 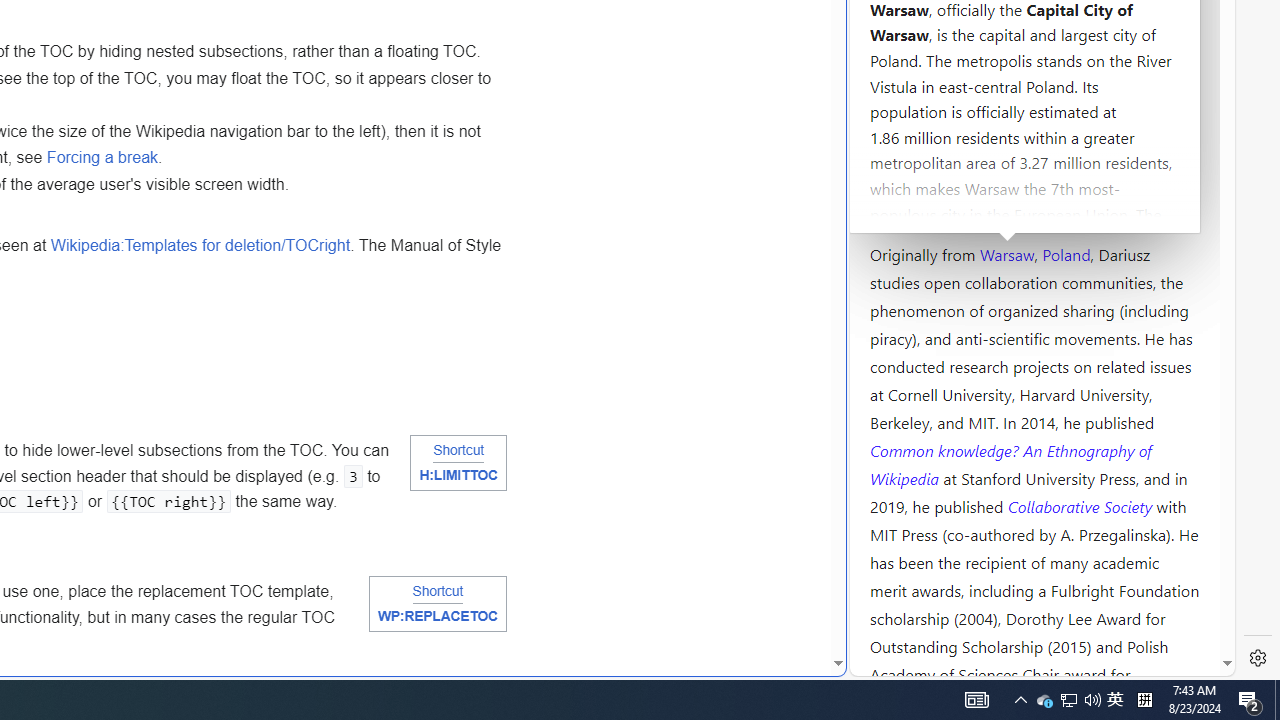 I want to click on 'Collaborative Society ', so click(x=1081, y=504).